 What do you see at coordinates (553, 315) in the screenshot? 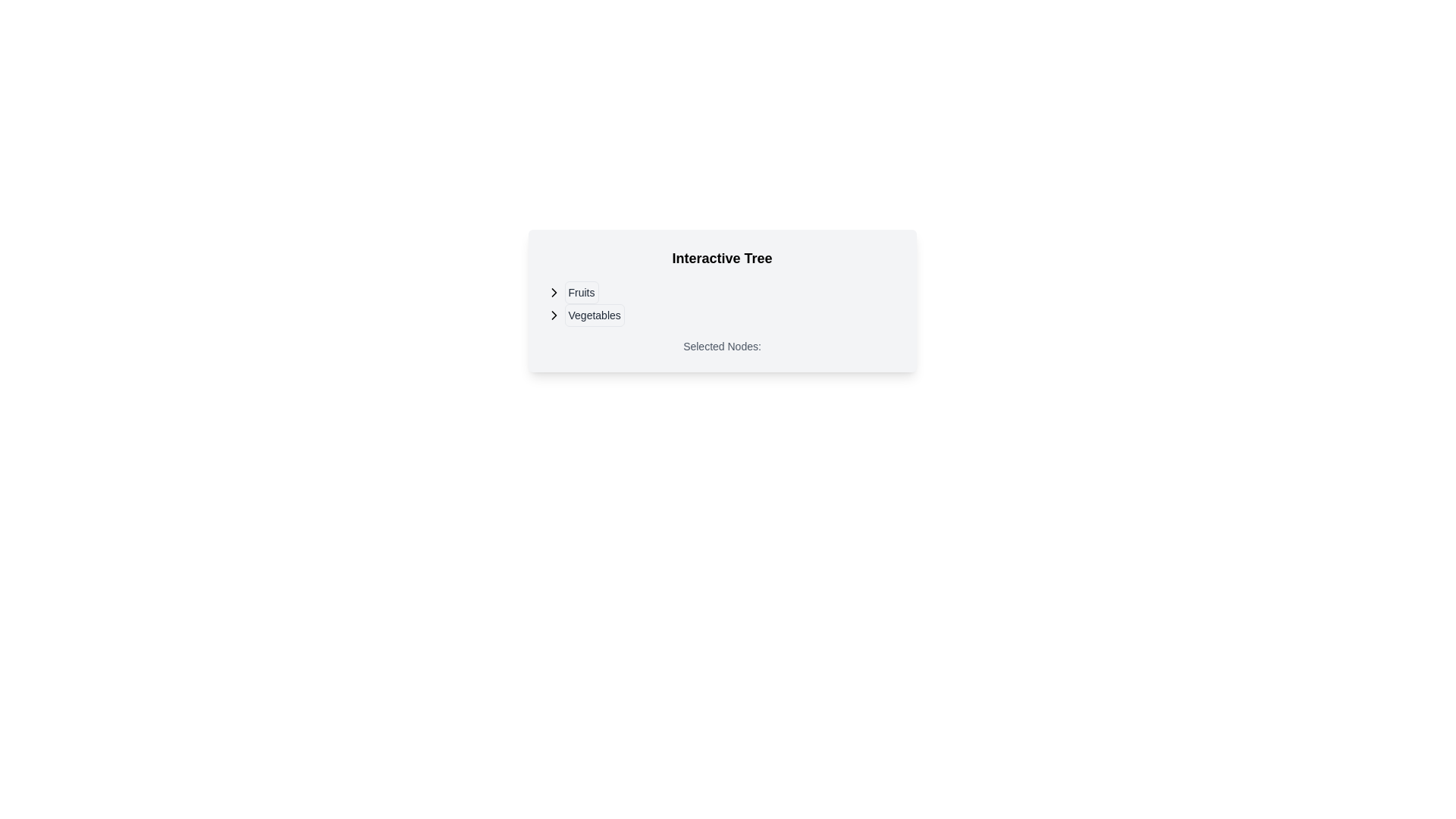
I see `the chevron-right icon` at bounding box center [553, 315].